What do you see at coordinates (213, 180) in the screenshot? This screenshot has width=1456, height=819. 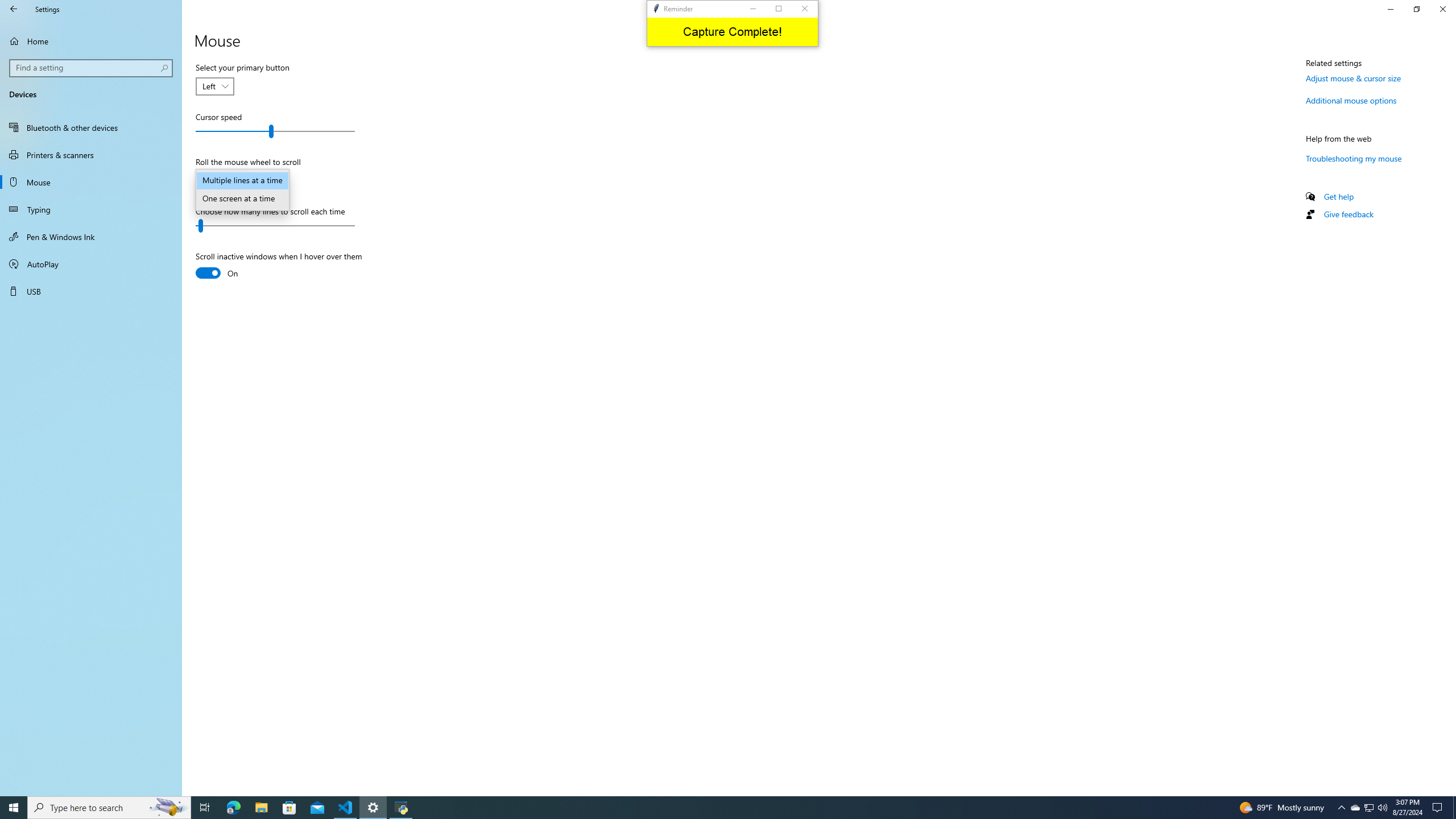 I see `'Roll the mouse wheel to scroll'` at bounding box center [213, 180].